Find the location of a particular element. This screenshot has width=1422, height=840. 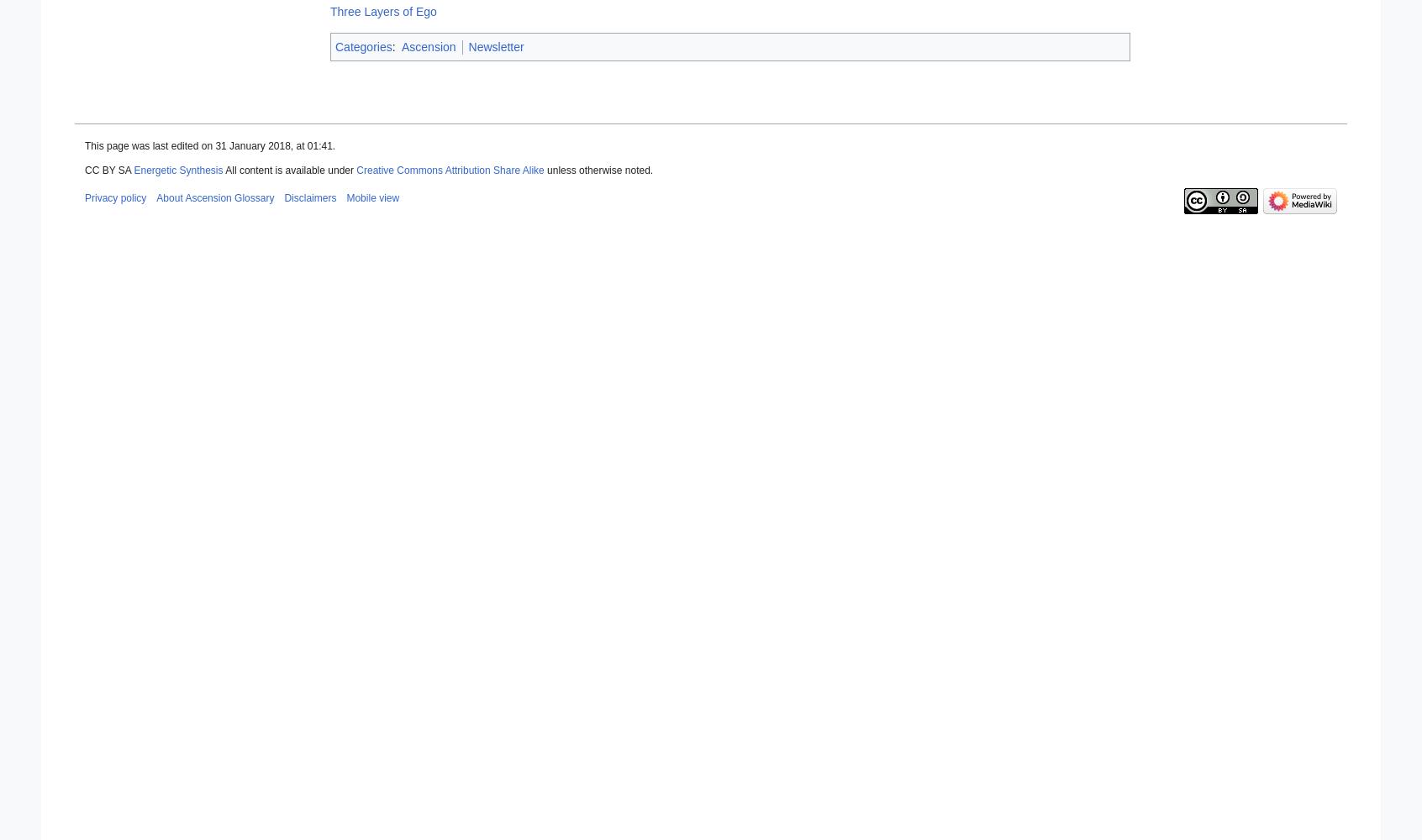

'unless otherwise noted.' is located at coordinates (597, 170).